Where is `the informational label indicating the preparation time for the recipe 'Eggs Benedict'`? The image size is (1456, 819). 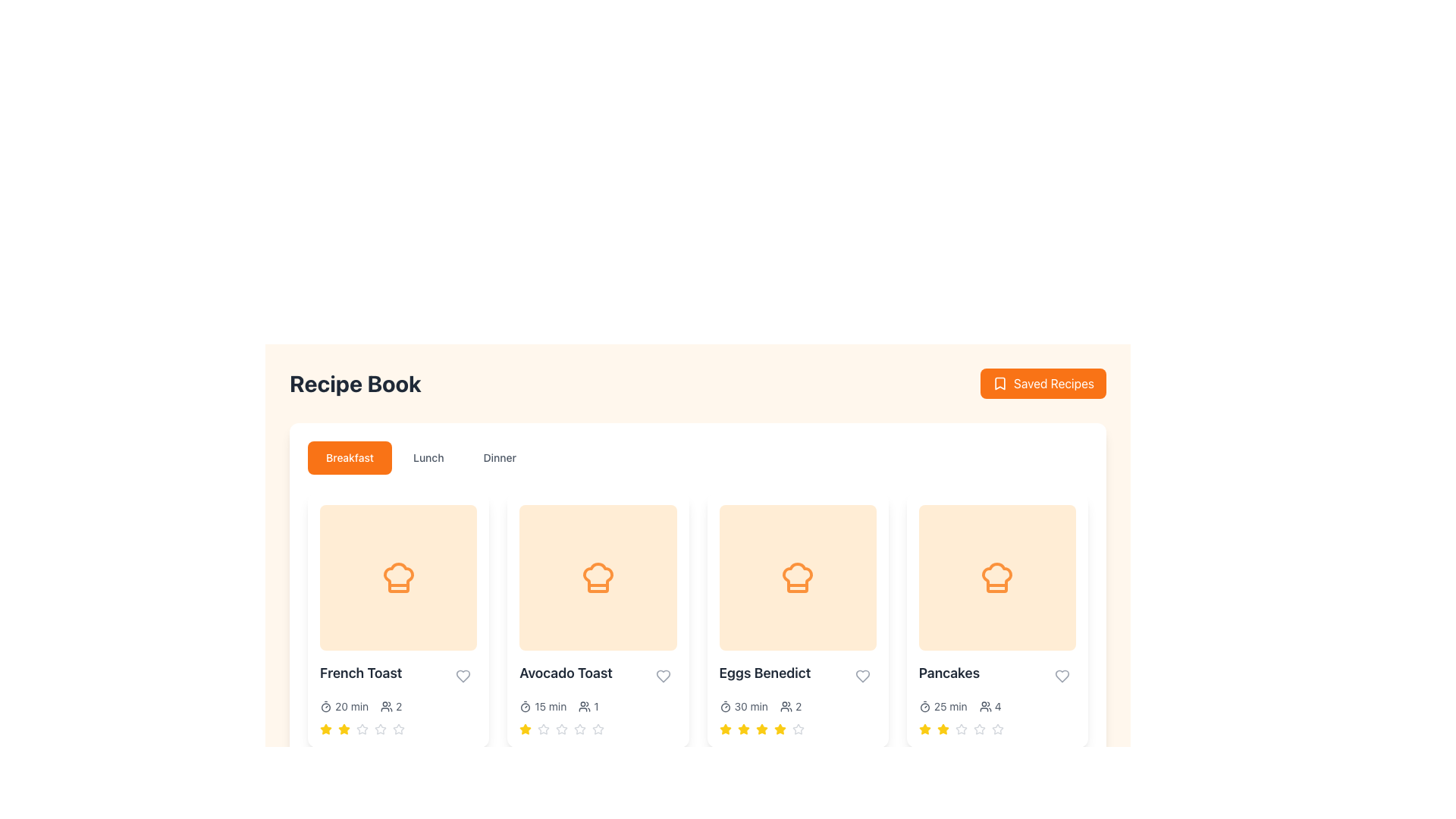 the informational label indicating the preparation time for the recipe 'Eggs Benedict' is located at coordinates (743, 707).